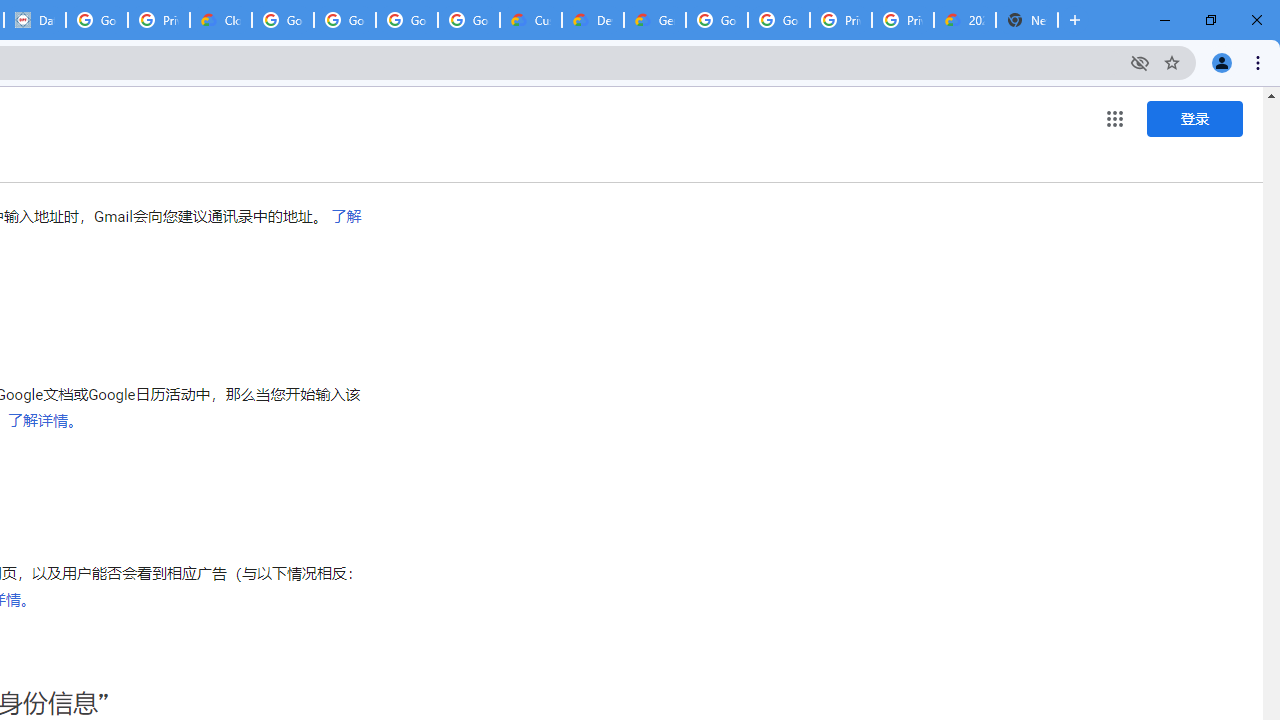 The image size is (1280, 720). Describe the element at coordinates (406, 20) in the screenshot. I see `'Google Workspace - Specific Terms'` at that location.